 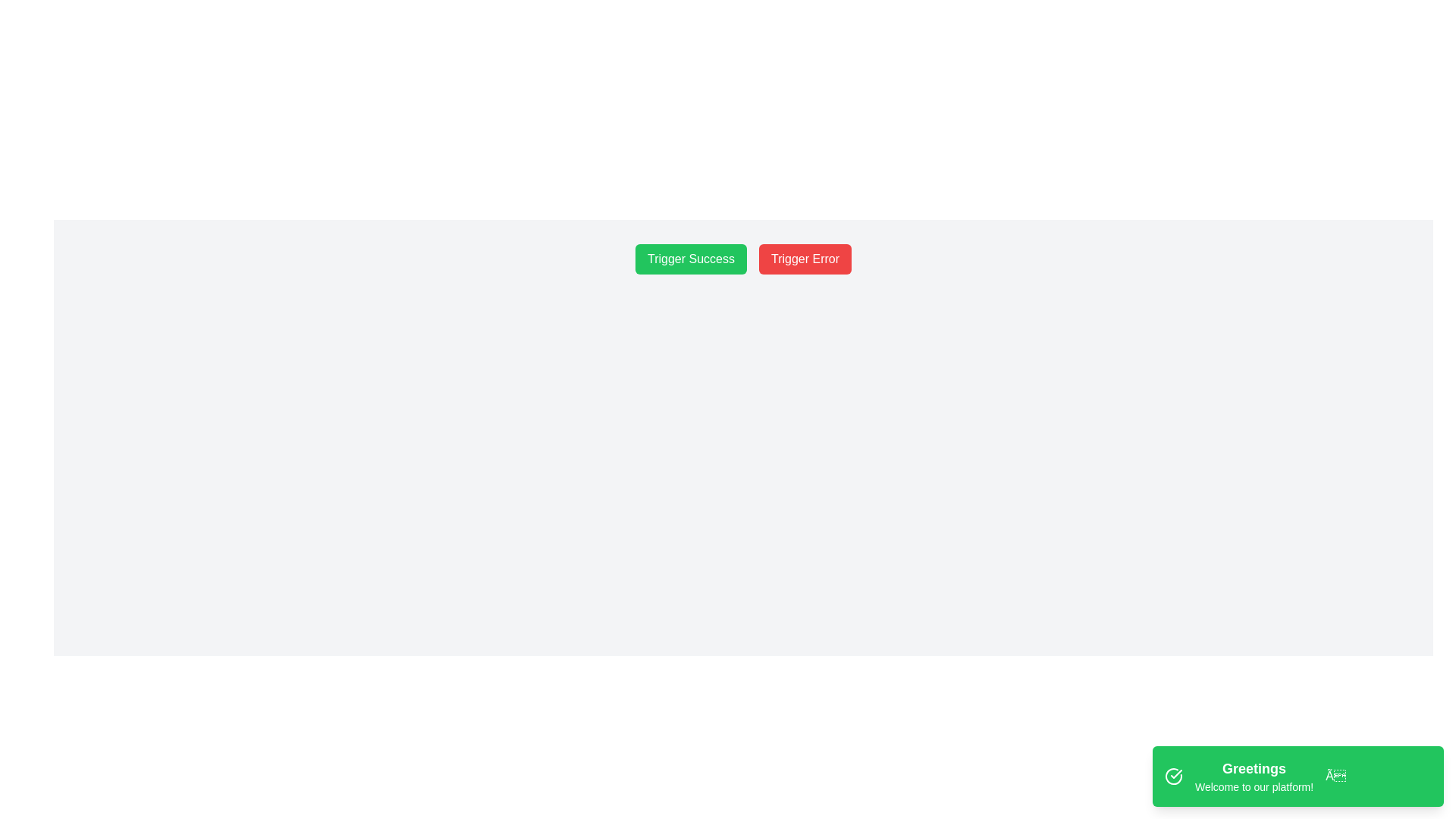 What do you see at coordinates (1298, 776) in the screenshot?
I see `the Notification pop-up located in the bottom-right corner of the interface, within a green notification strip, which provides immediate feedback or information to welcome users` at bounding box center [1298, 776].